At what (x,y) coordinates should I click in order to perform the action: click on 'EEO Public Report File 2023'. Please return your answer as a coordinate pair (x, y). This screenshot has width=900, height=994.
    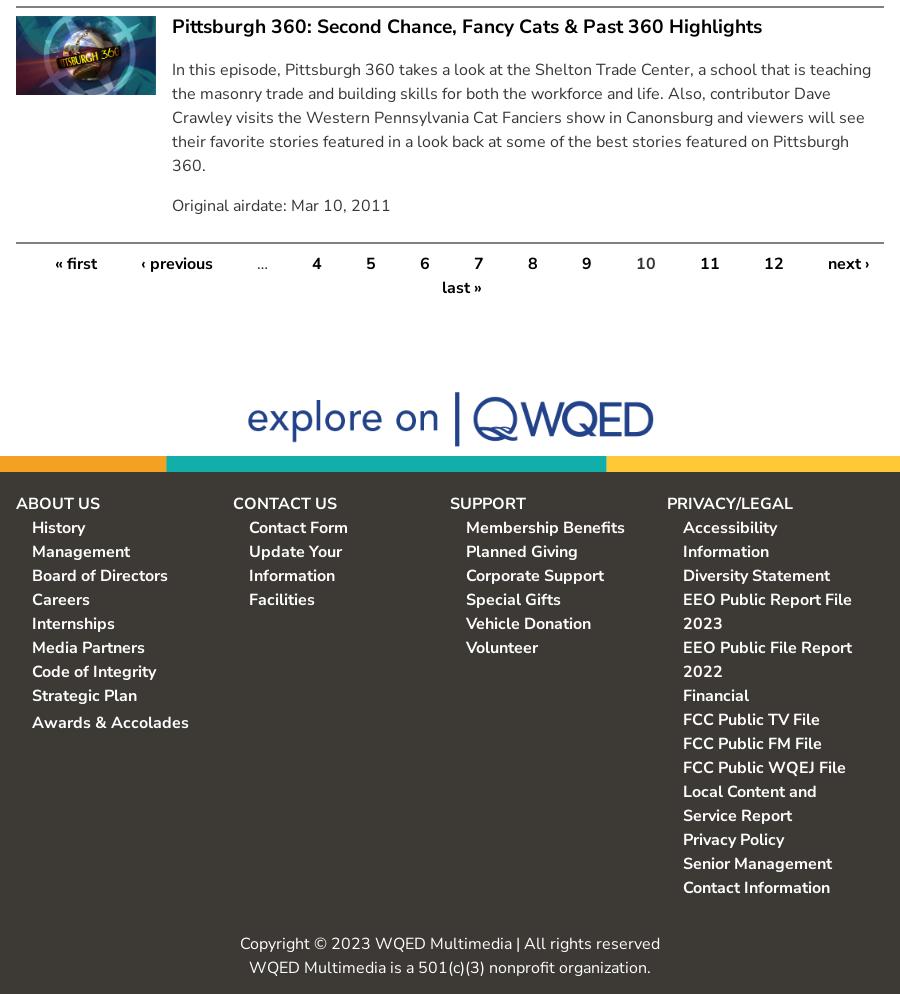
    Looking at the image, I should click on (682, 610).